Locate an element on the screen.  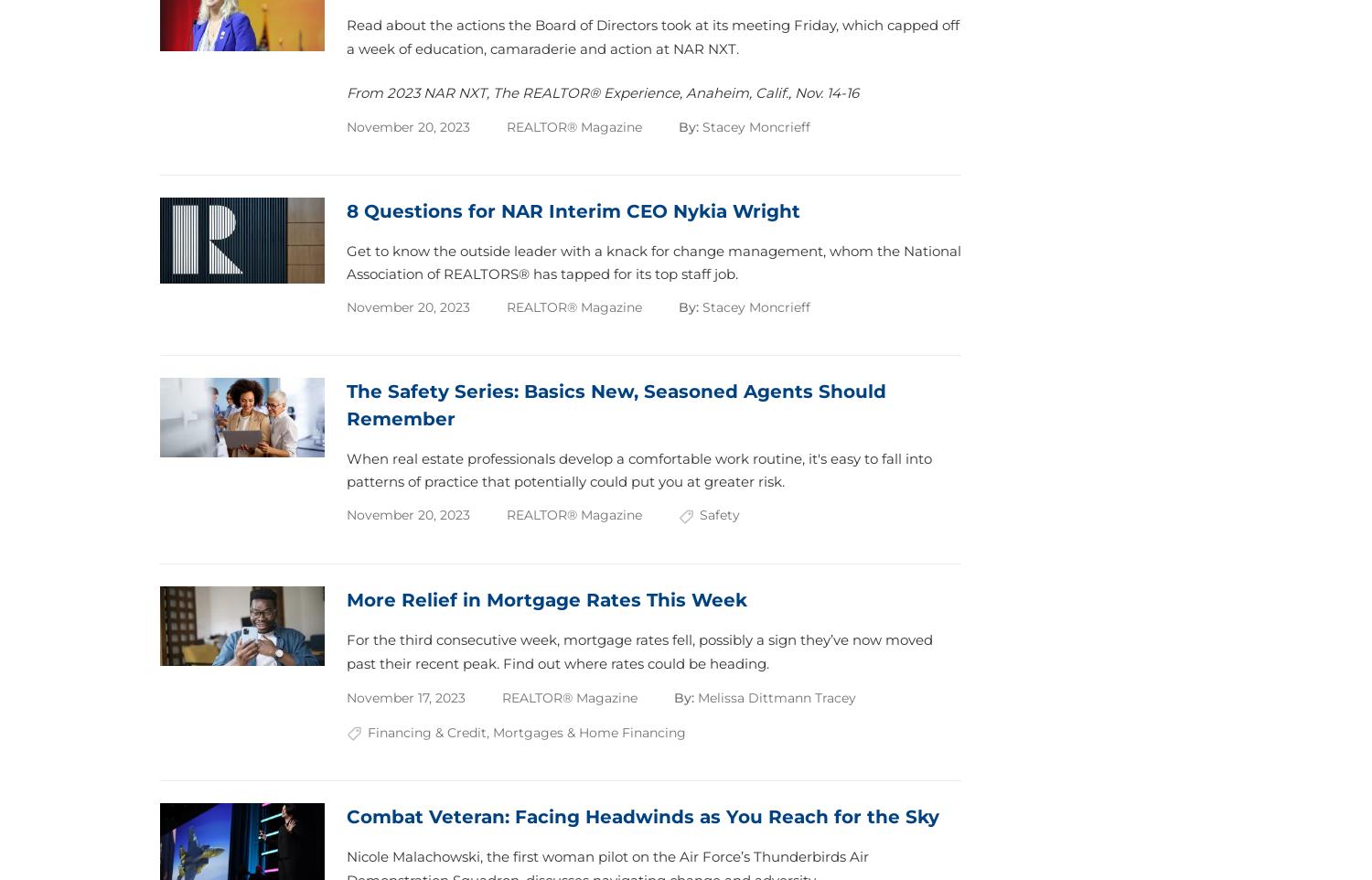
'Get to know the outside leader with a knack for change management, whom the National Association of REALTORS® has tapped for its top staff job.' is located at coordinates (653, 262).